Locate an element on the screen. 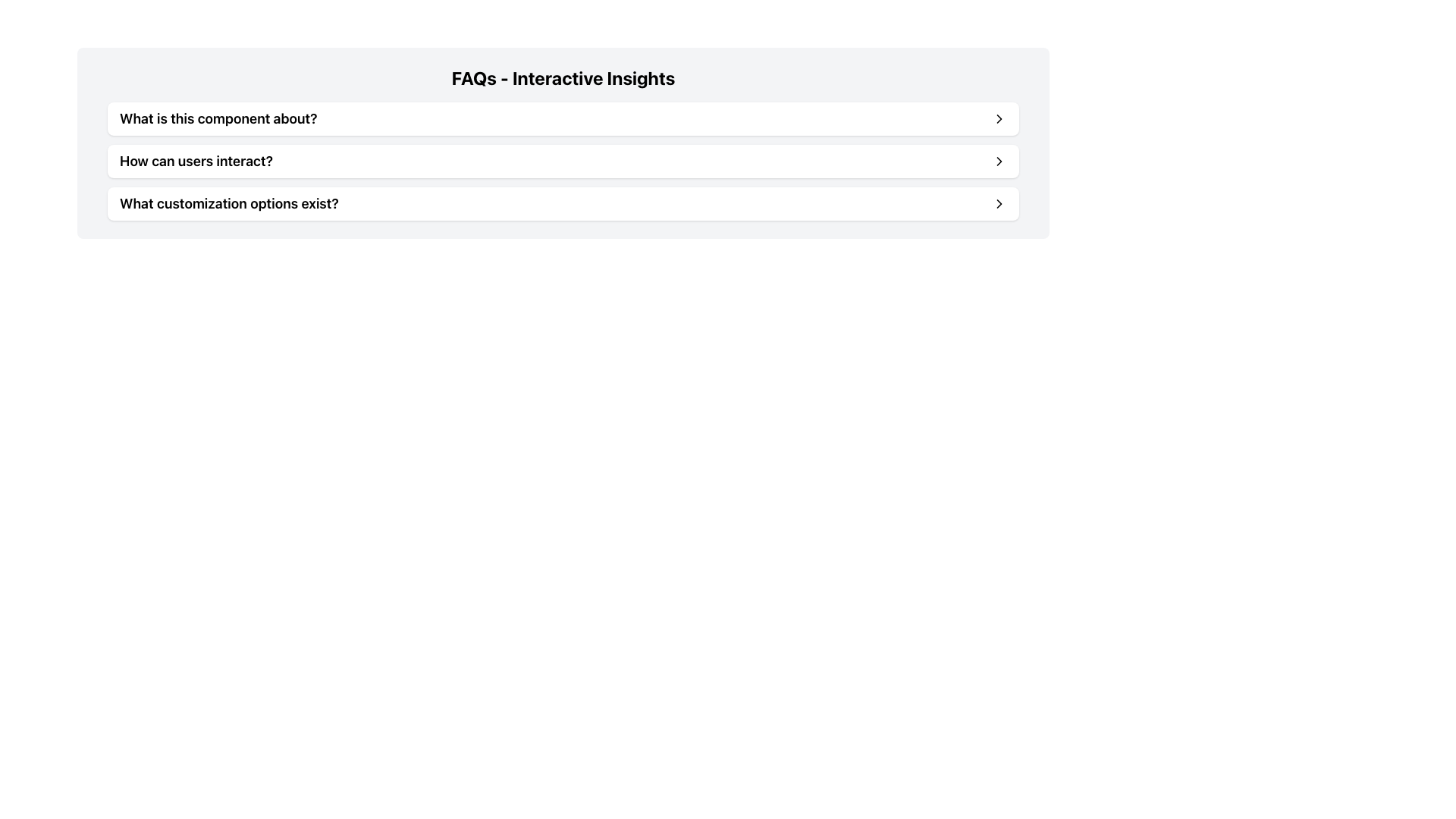  the chevron icon located on the right side of the button labeled 'What is this component about?' is located at coordinates (999, 118).